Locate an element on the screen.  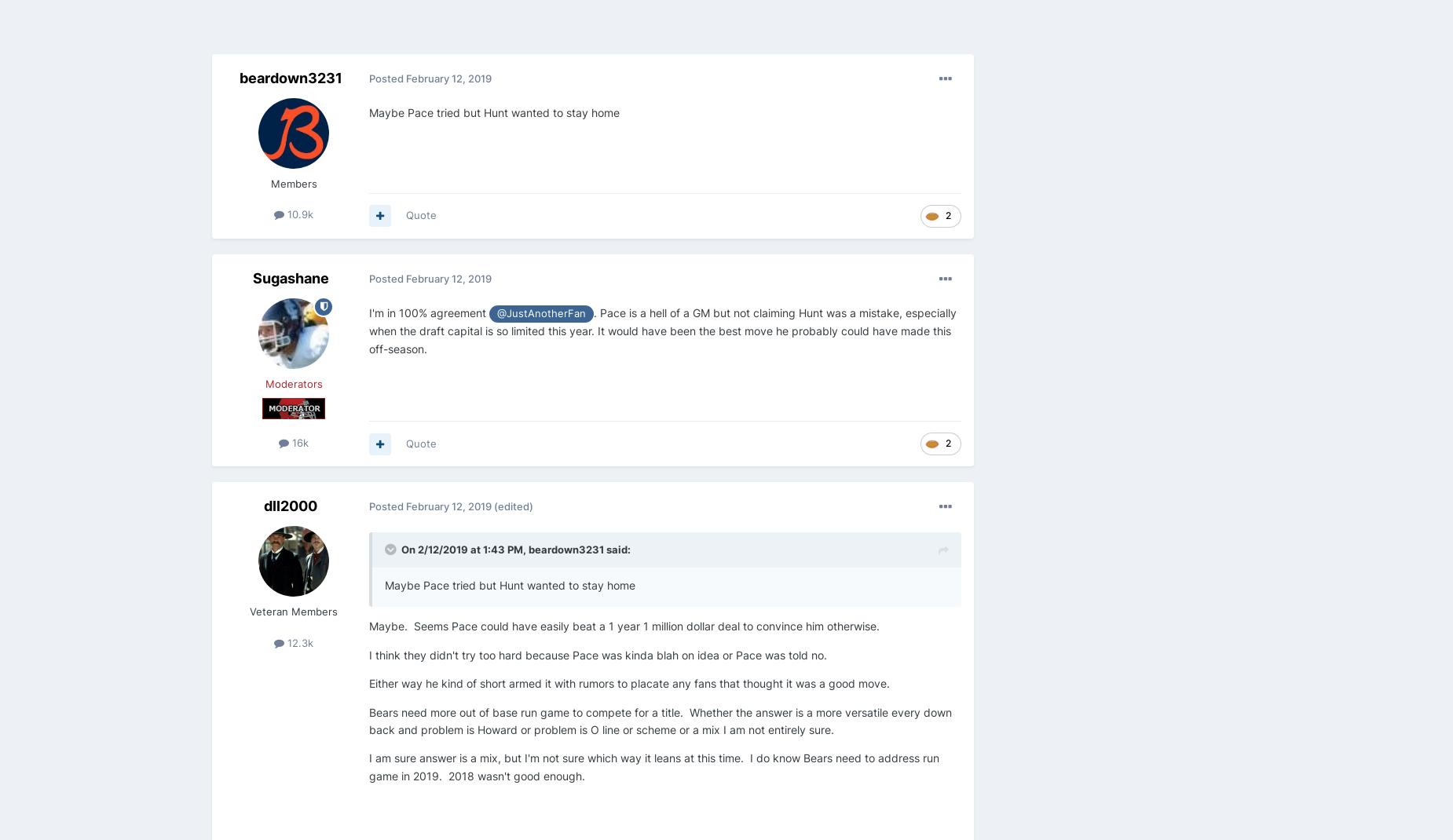
'Sugashane' is located at coordinates (289, 277).